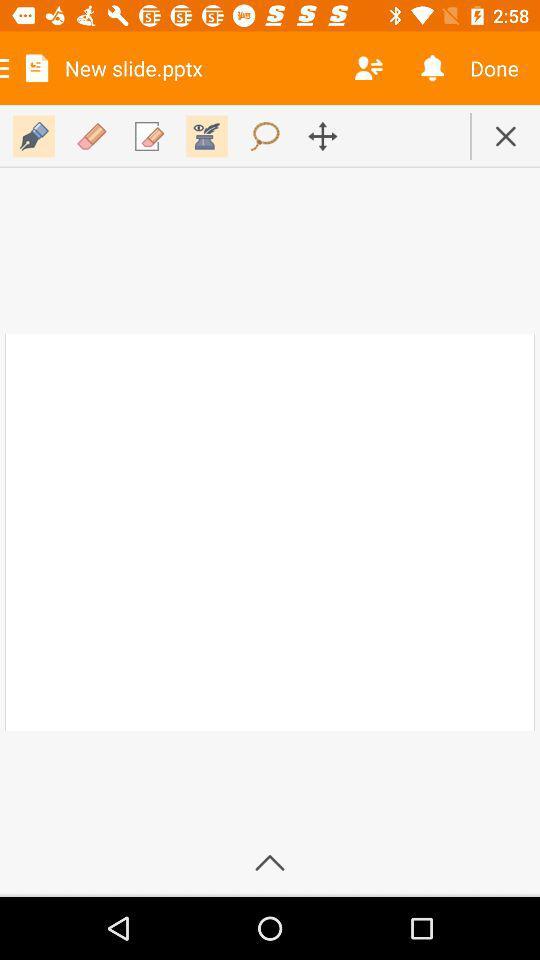  What do you see at coordinates (90, 135) in the screenshot?
I see `the edit icon` at bounding box center [90, 135].